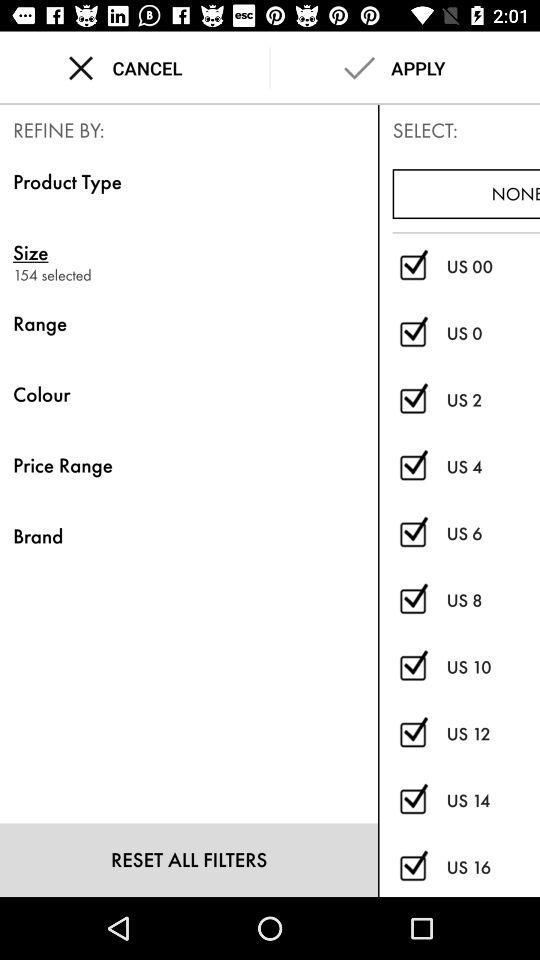 Image resolution: width=540 pixels, height=960 pixels. I want to click on the us 0 item, so click(492, 333).